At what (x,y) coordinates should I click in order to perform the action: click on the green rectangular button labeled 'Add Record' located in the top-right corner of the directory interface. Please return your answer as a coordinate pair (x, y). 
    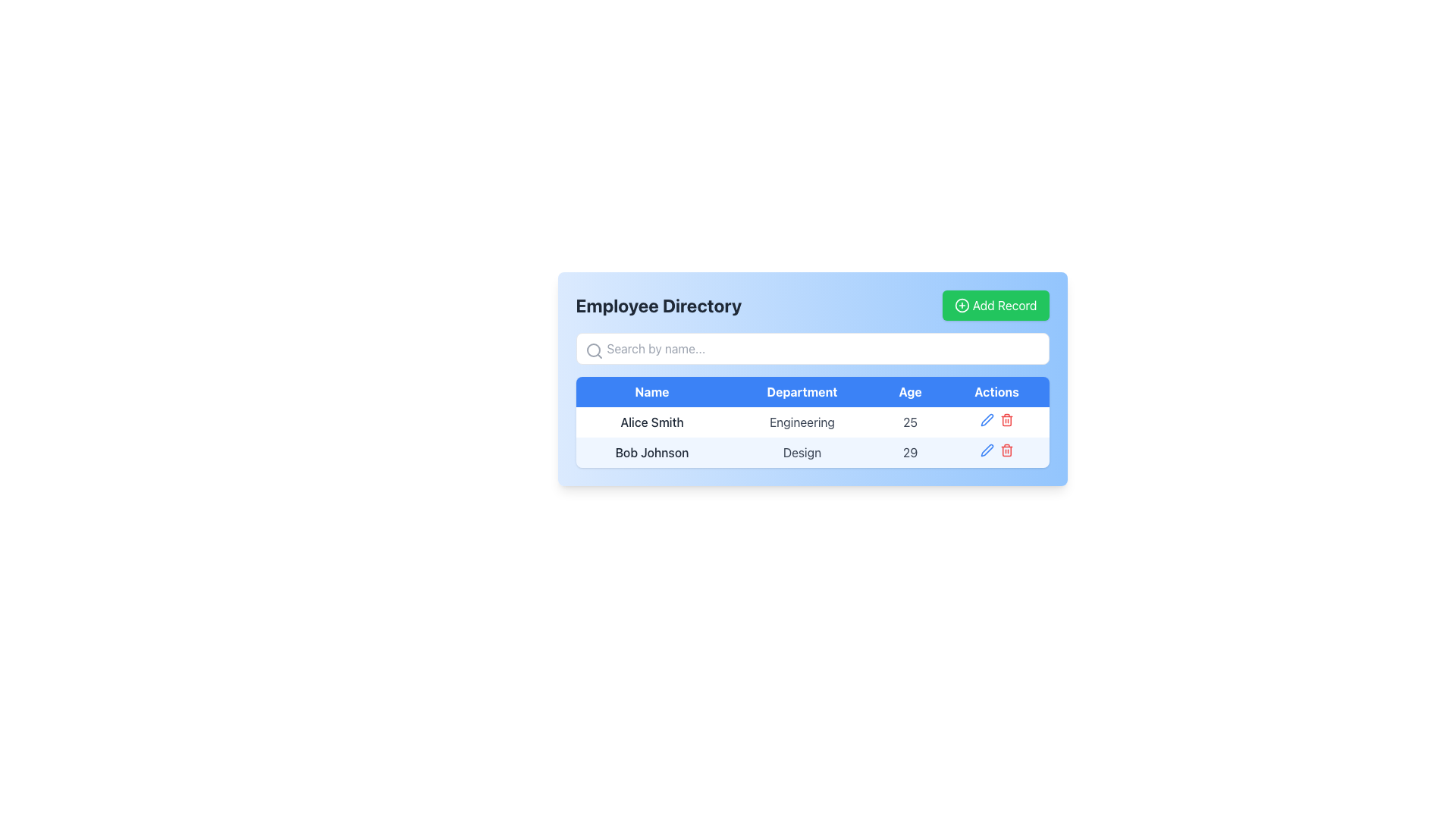
    Looking at the image, I should click on (961, 305).